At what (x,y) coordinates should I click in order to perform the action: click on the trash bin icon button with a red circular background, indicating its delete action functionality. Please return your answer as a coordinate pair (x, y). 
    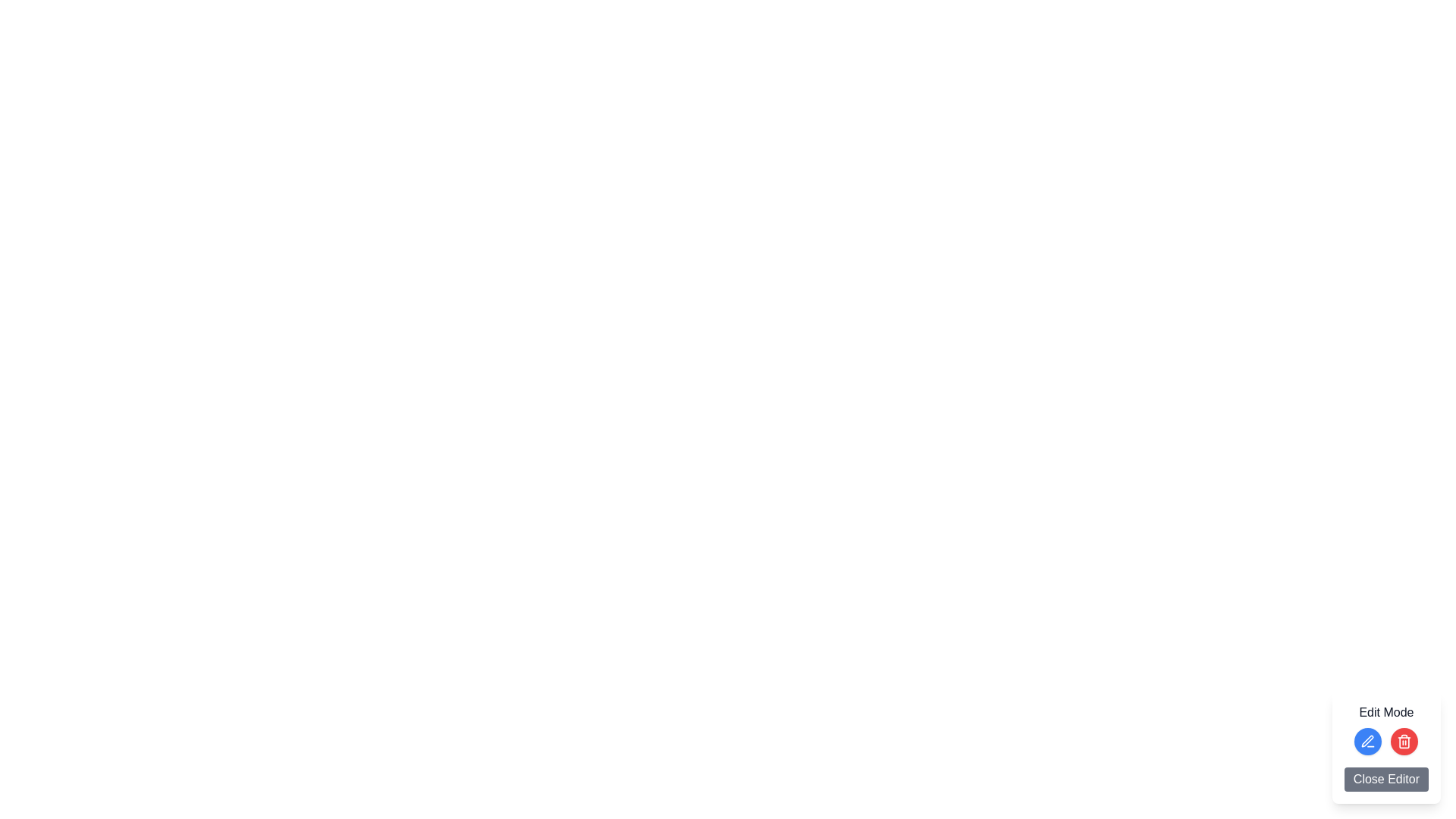
    Looking at the image, I should click on (1404, 741).